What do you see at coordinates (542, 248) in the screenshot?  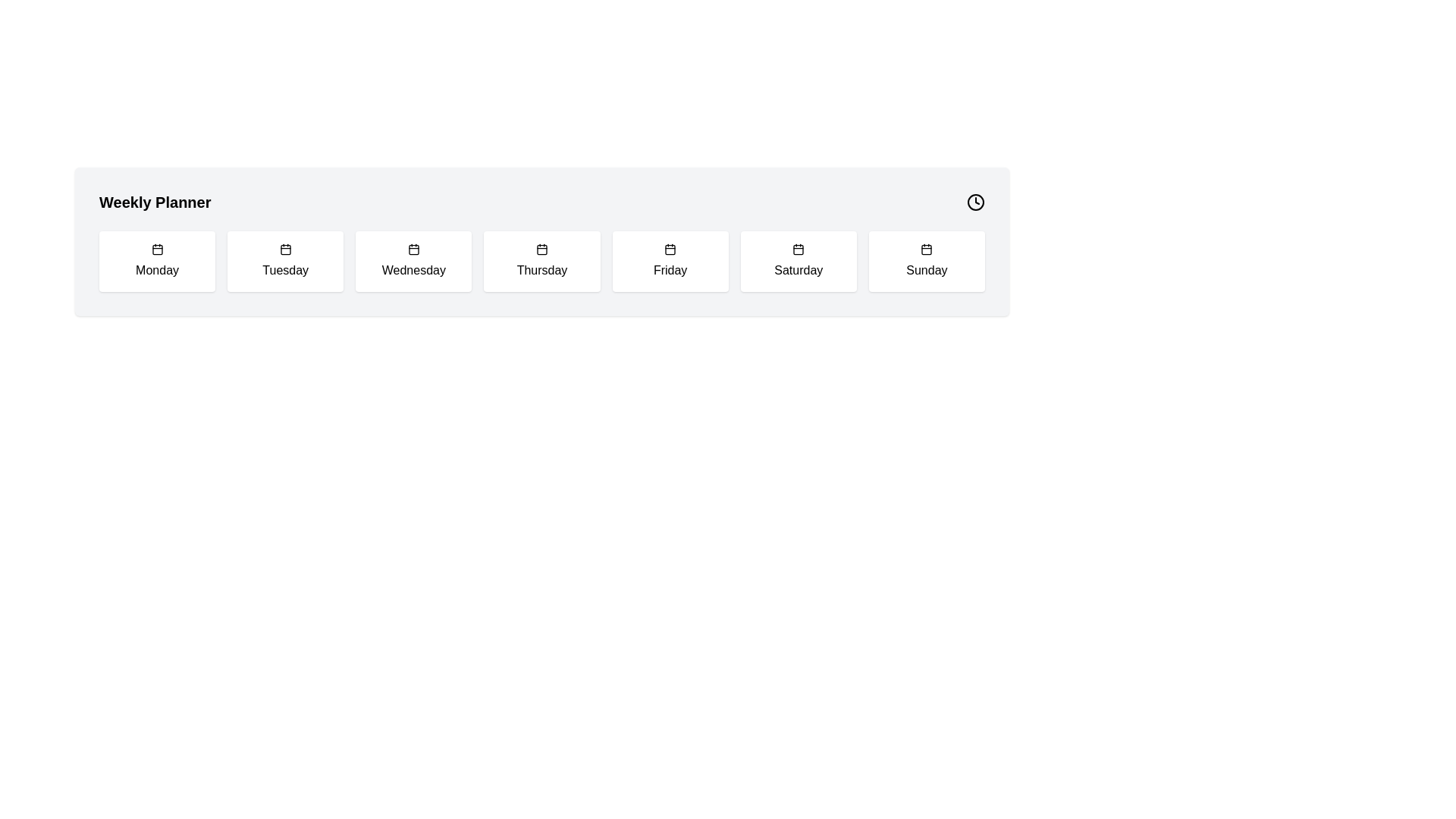 I see `the calendar icon located in the 'Thursday' section, which features a minimalistic black line design with a detachable month tab and grid-like structure` at bounding box center [542, 248].